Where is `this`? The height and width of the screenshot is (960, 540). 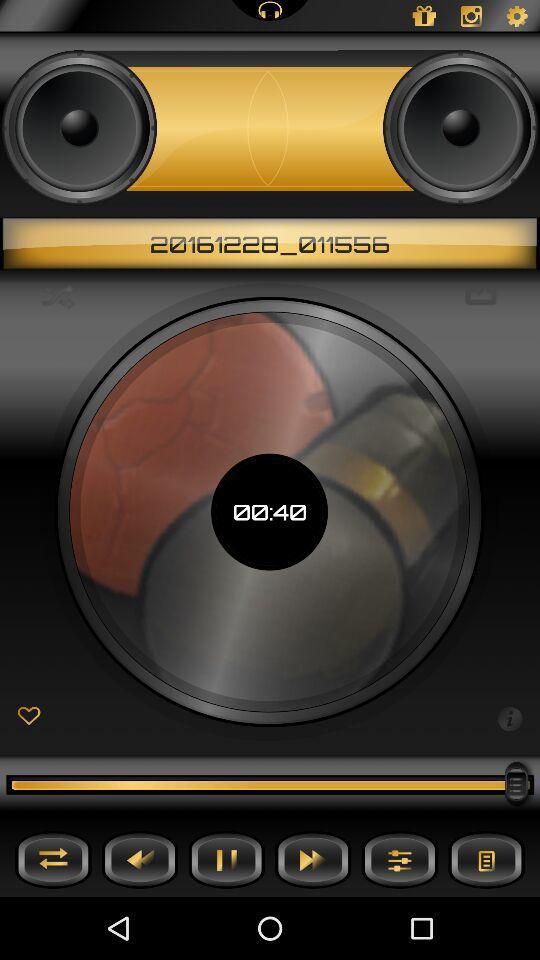 this is located at coordinates (28, 717).